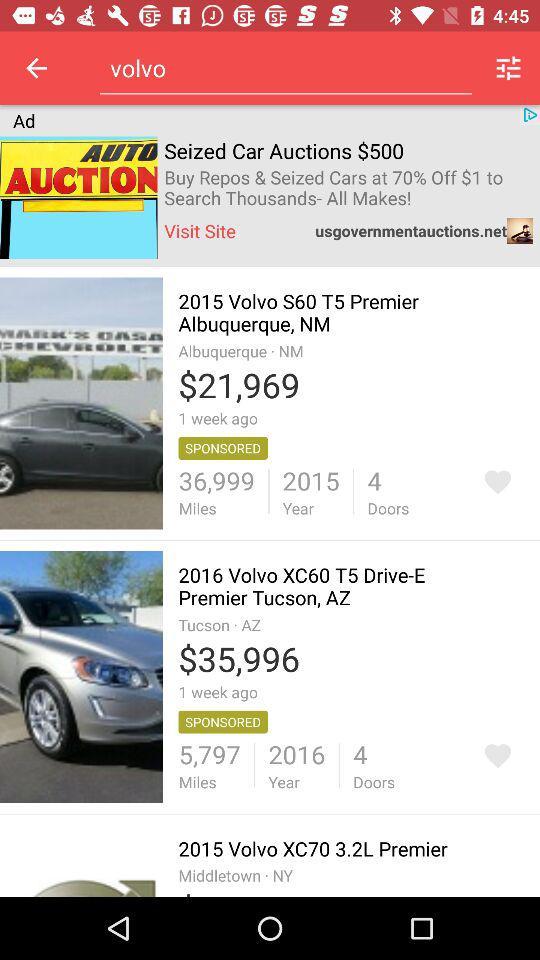 The width and height of the screenshot is (540, 960). What do you see at coordinates (200, 230) in the screenshot?
I see `visit site item` at bounding box center [200, 230].